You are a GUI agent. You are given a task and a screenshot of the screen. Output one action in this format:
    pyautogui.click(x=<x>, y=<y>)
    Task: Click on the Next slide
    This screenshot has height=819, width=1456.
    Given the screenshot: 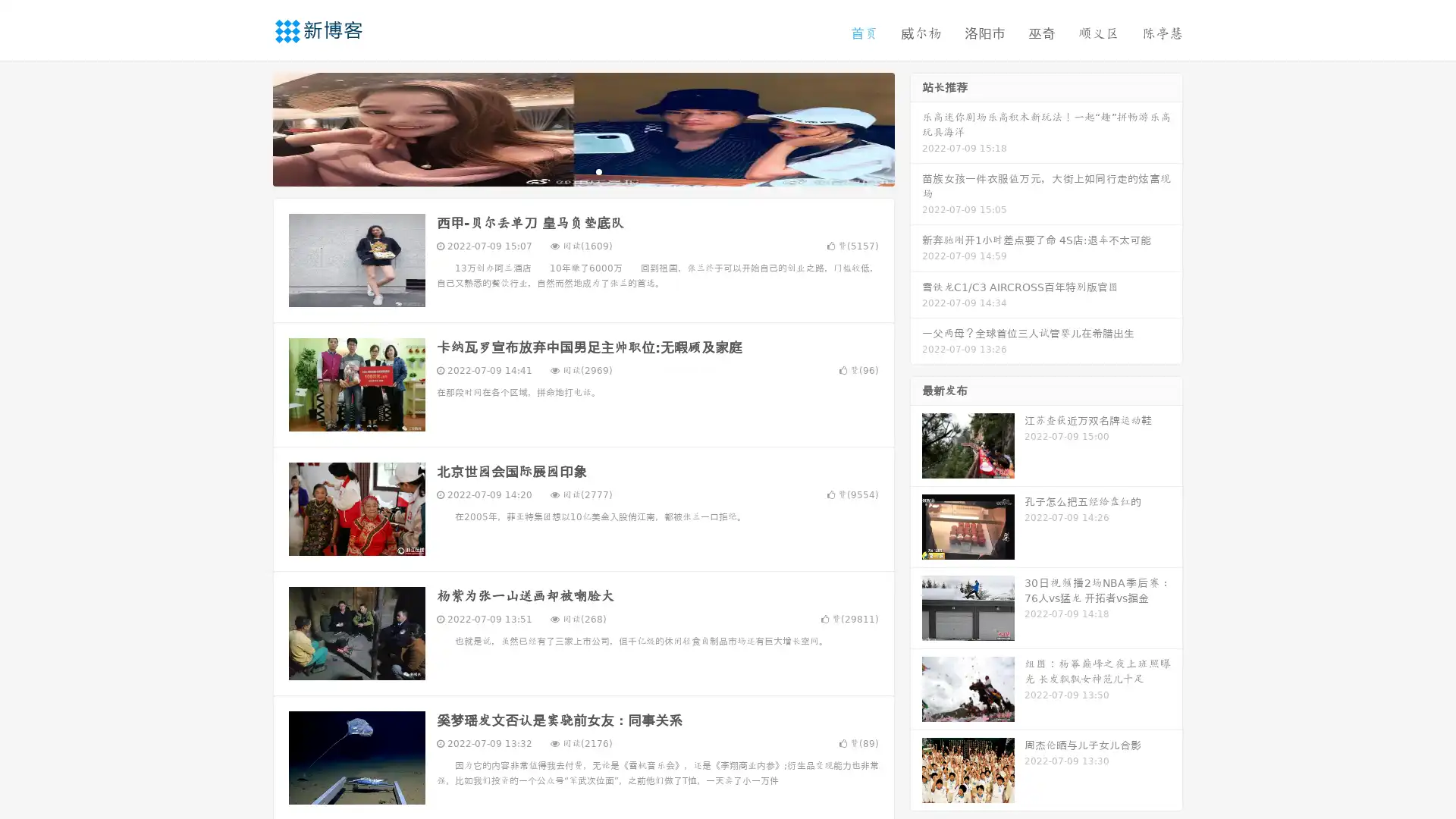 What is the action you would take?
    pyautogui.click(x=916, y=127)
    